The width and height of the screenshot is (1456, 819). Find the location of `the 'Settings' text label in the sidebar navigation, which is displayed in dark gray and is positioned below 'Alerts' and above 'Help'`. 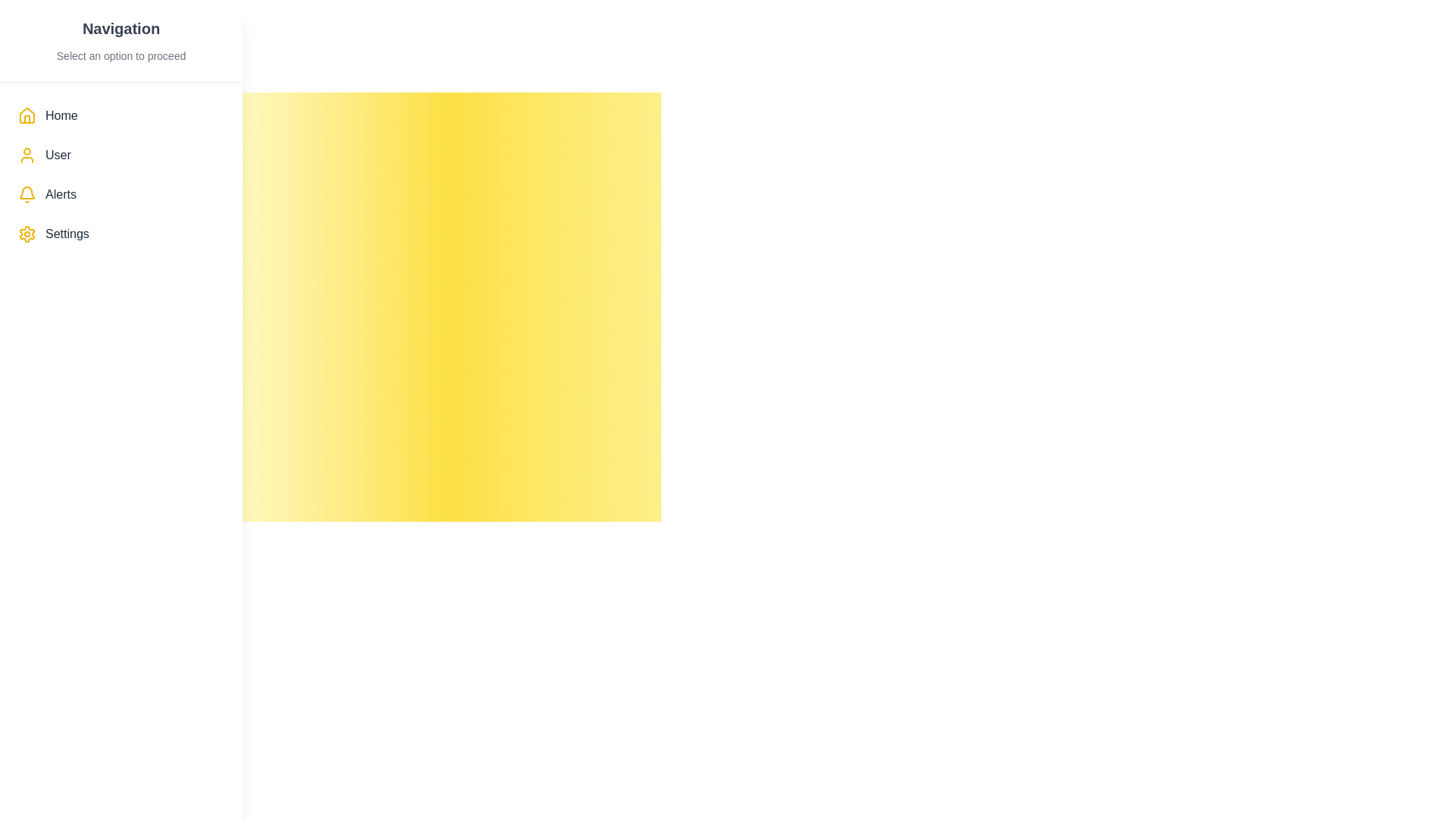

the 'Settings' text label in the sidebar navigation, which is displayed in dark gray and is positioned below 'Alerts' and above 'Help' is located at coordinates (66, 234).